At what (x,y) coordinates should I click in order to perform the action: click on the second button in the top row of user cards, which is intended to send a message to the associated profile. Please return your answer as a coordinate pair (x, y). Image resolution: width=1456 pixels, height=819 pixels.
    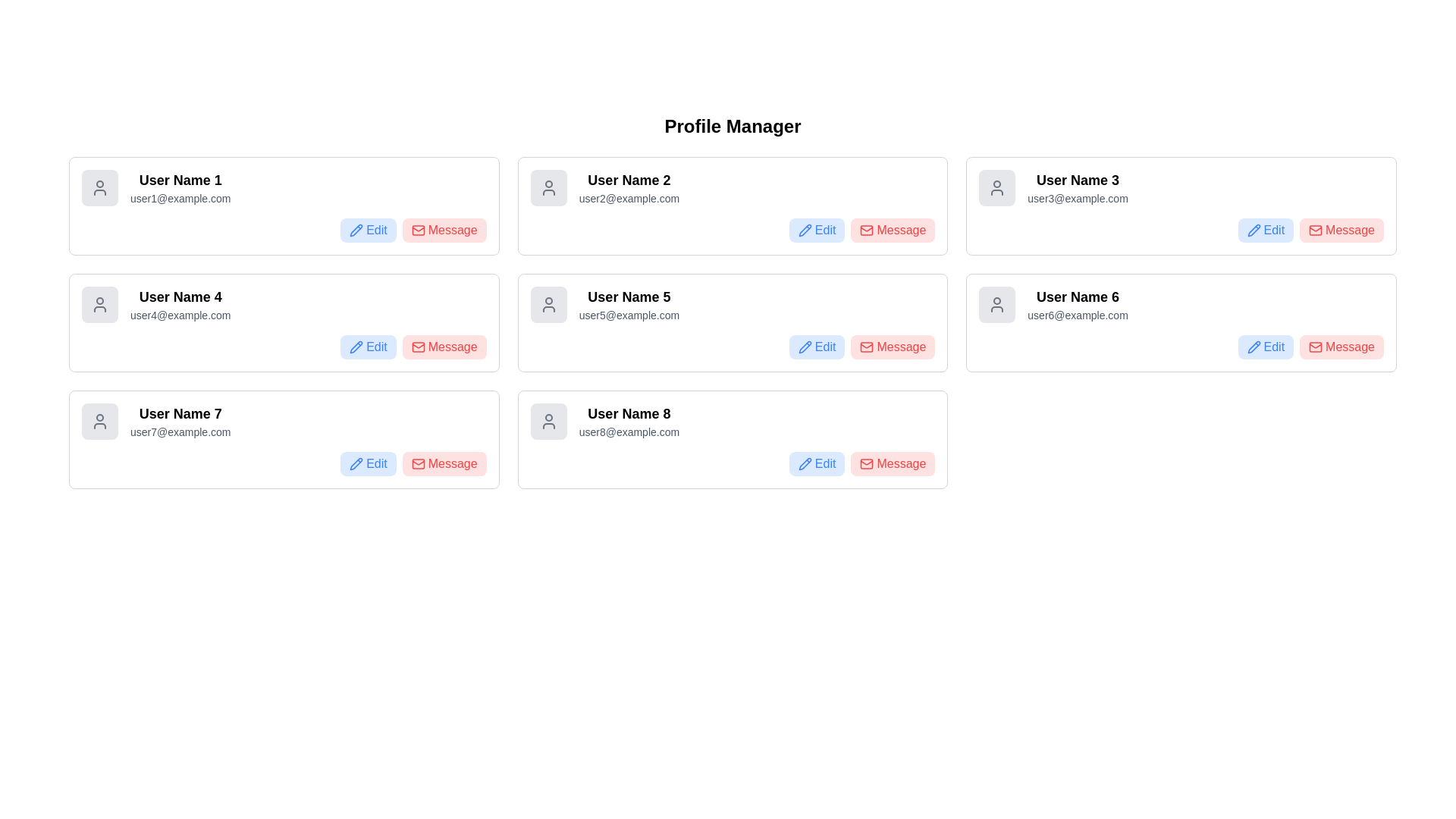
    Looking at the image, I should click on (893, 231).